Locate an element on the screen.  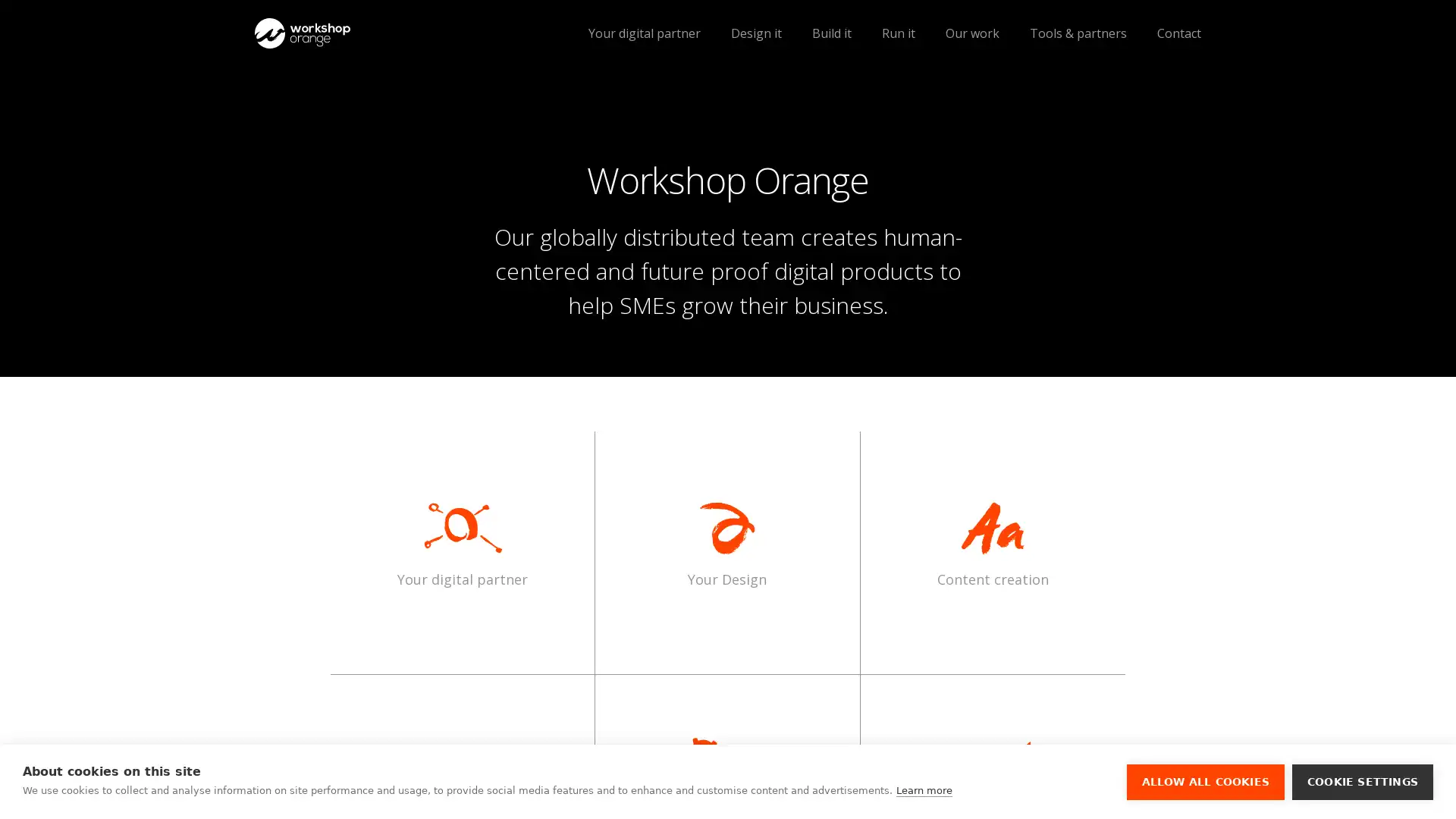
COOKIE SETTINGS is located at coordinates (1362, 781).